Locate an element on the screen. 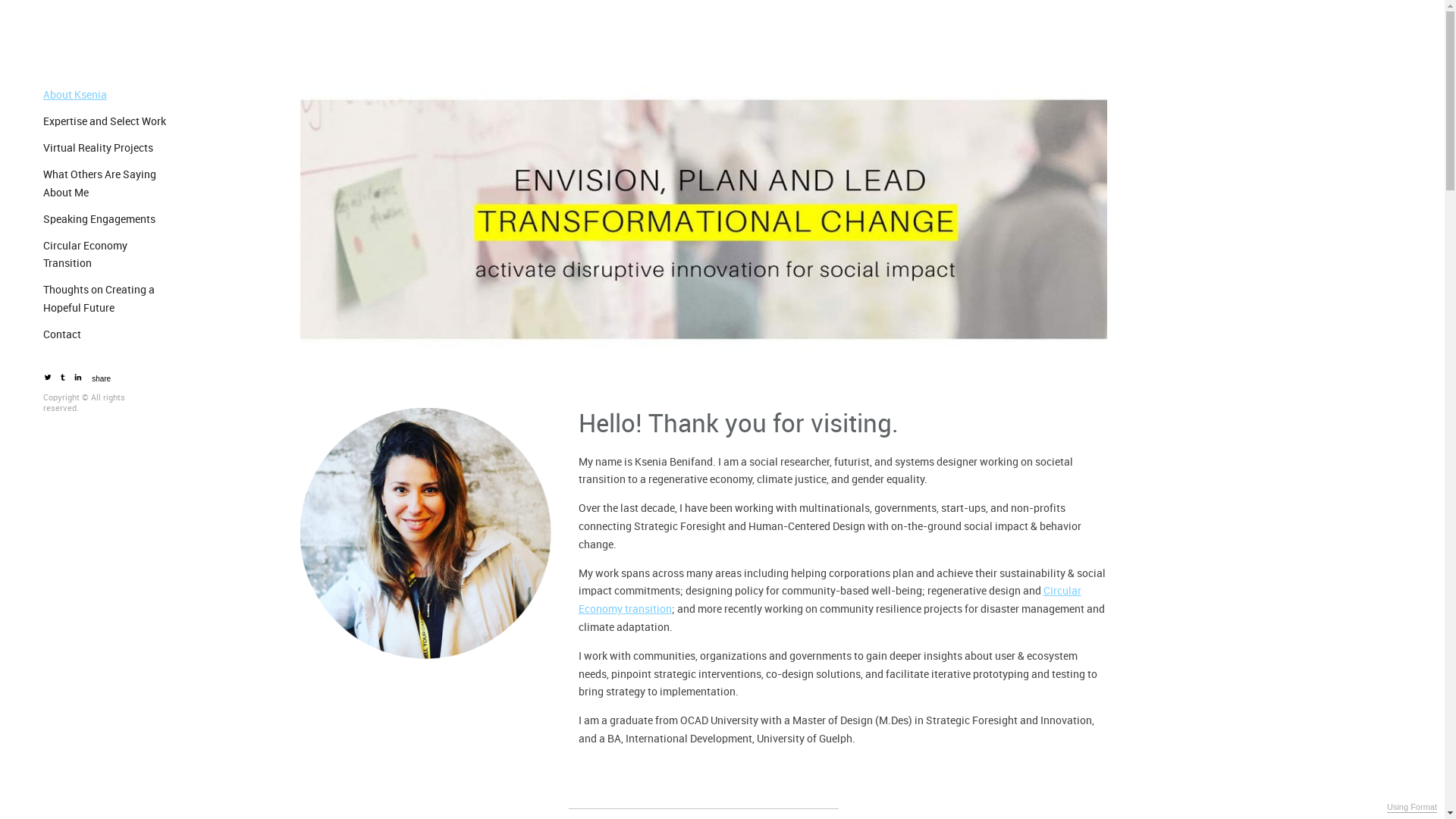  'Virtual Reality Projects' is located at coordinates (99, 148).